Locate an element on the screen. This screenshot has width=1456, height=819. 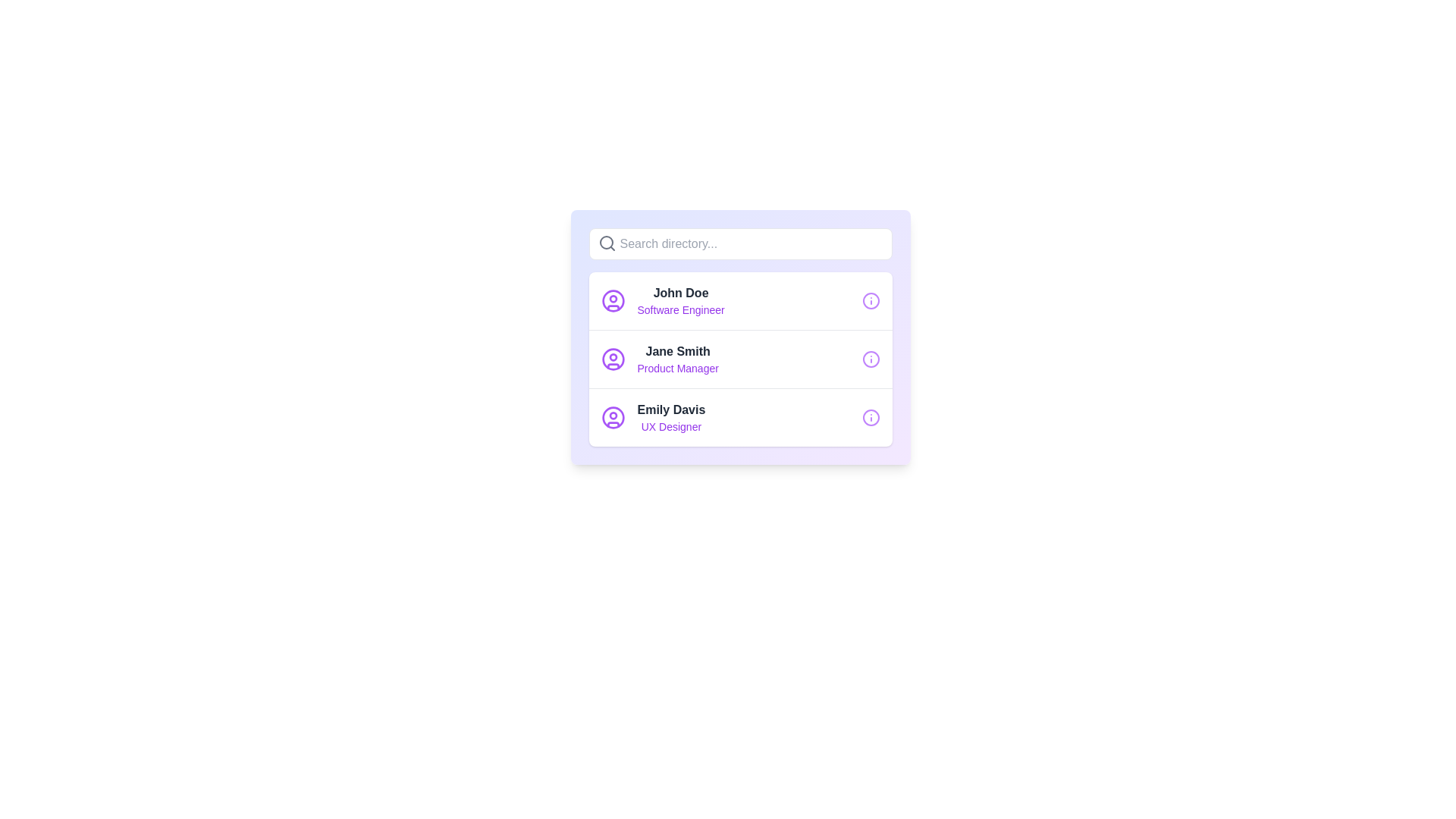
text label displaying 'Product Manager', which is located under the name 'Jane Smith' in the directory interface is located at coordinates (677, 369).